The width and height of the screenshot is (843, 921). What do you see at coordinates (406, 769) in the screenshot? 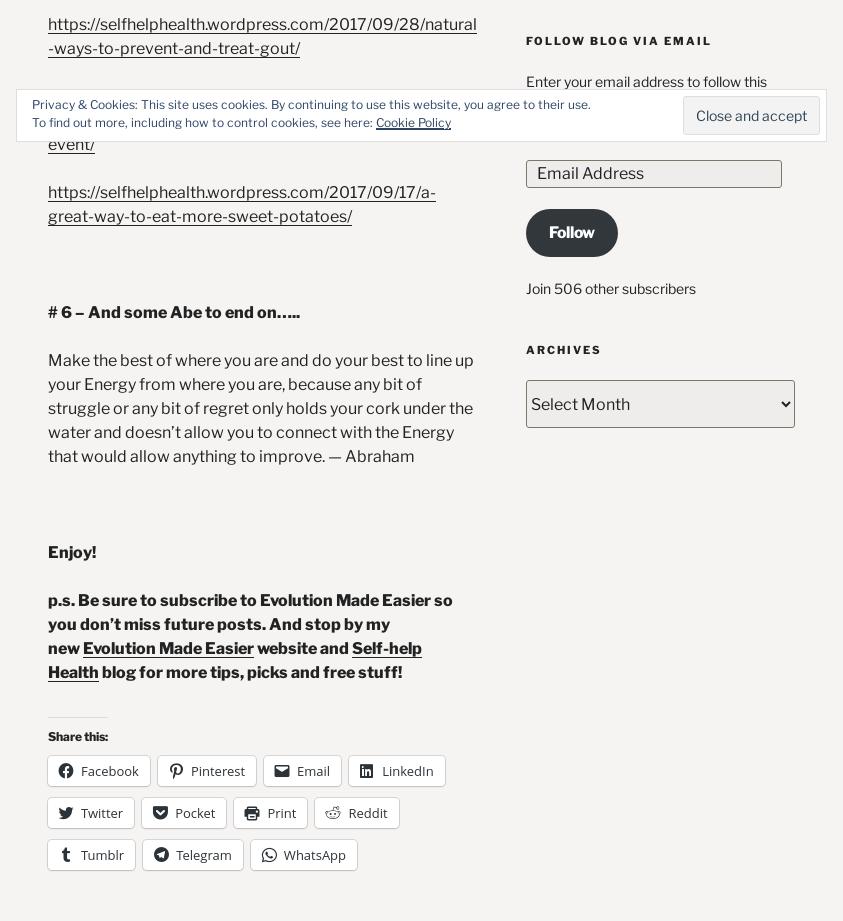
I see `'LinkedIn'` at bounding box center [406, 769].